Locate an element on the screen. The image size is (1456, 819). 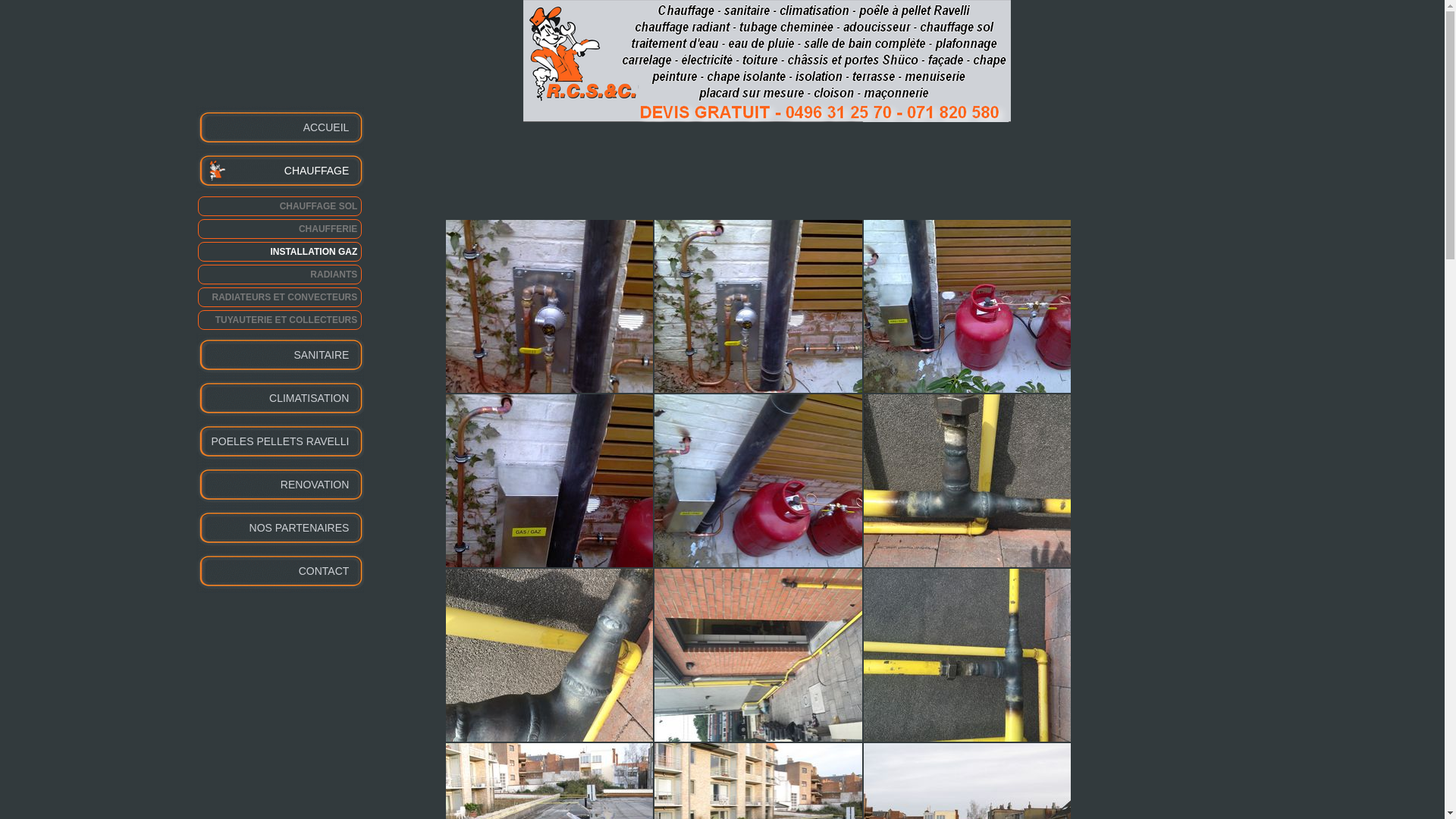
'NOS PARTENAIRES' is located at coordinates (195, 527).